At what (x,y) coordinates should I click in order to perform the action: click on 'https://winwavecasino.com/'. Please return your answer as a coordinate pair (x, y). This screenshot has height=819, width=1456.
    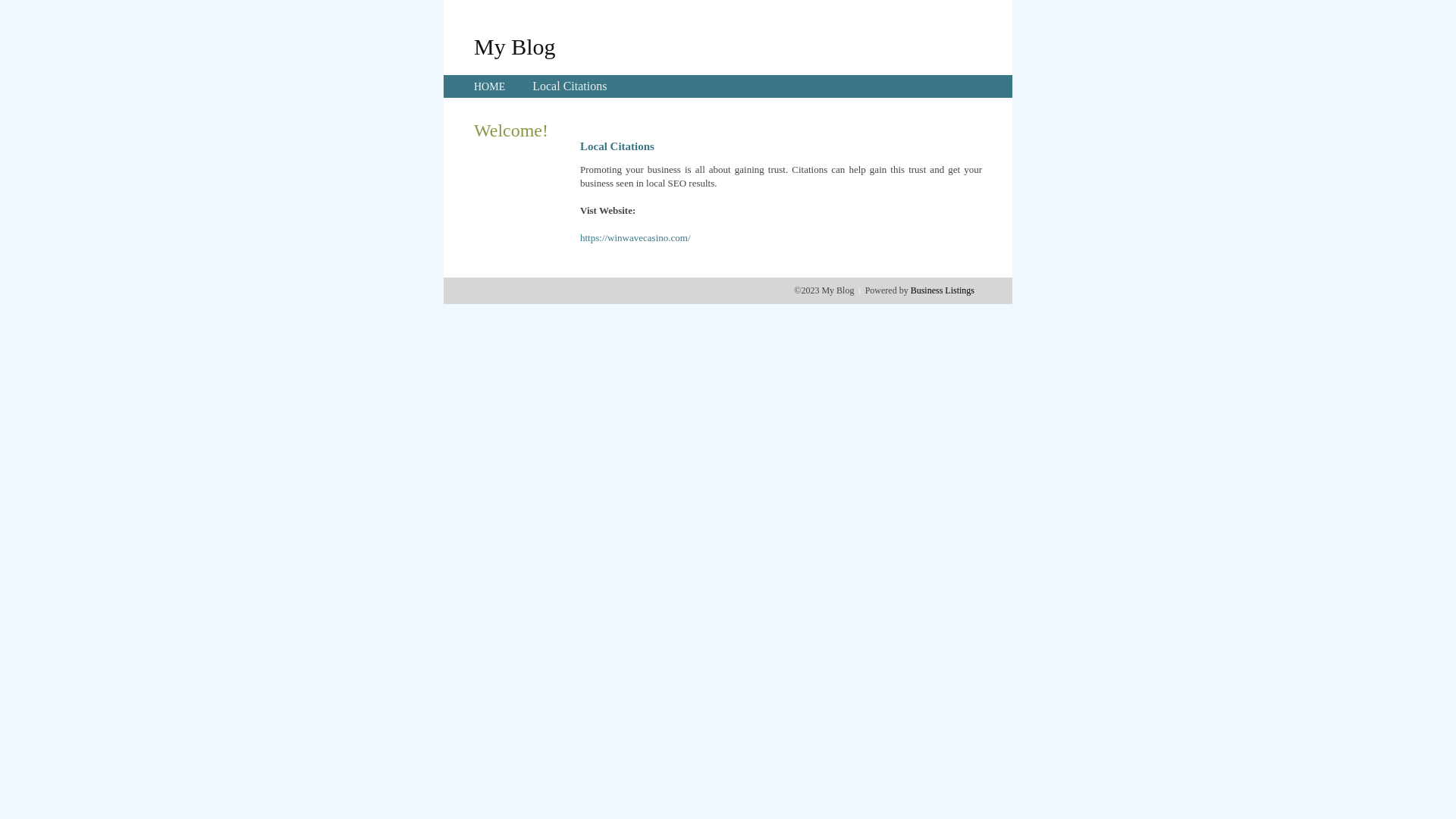
    Looking at the image, I should click on (635, 237).